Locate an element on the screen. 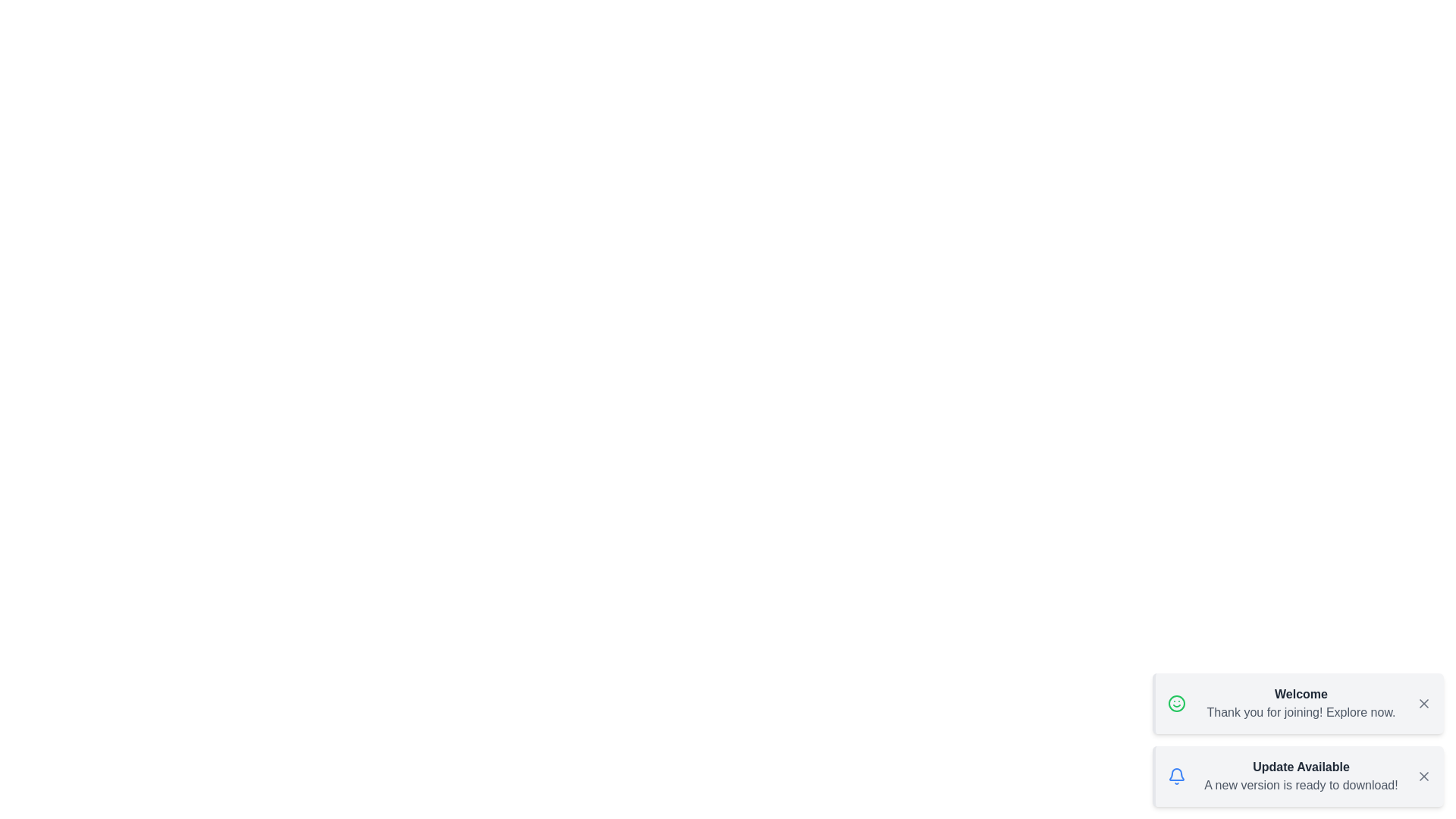 The height and width of the screenshot is (819, 1456). the close button of the snackbar with the title Update Available is located at coordinates (1423, 776).